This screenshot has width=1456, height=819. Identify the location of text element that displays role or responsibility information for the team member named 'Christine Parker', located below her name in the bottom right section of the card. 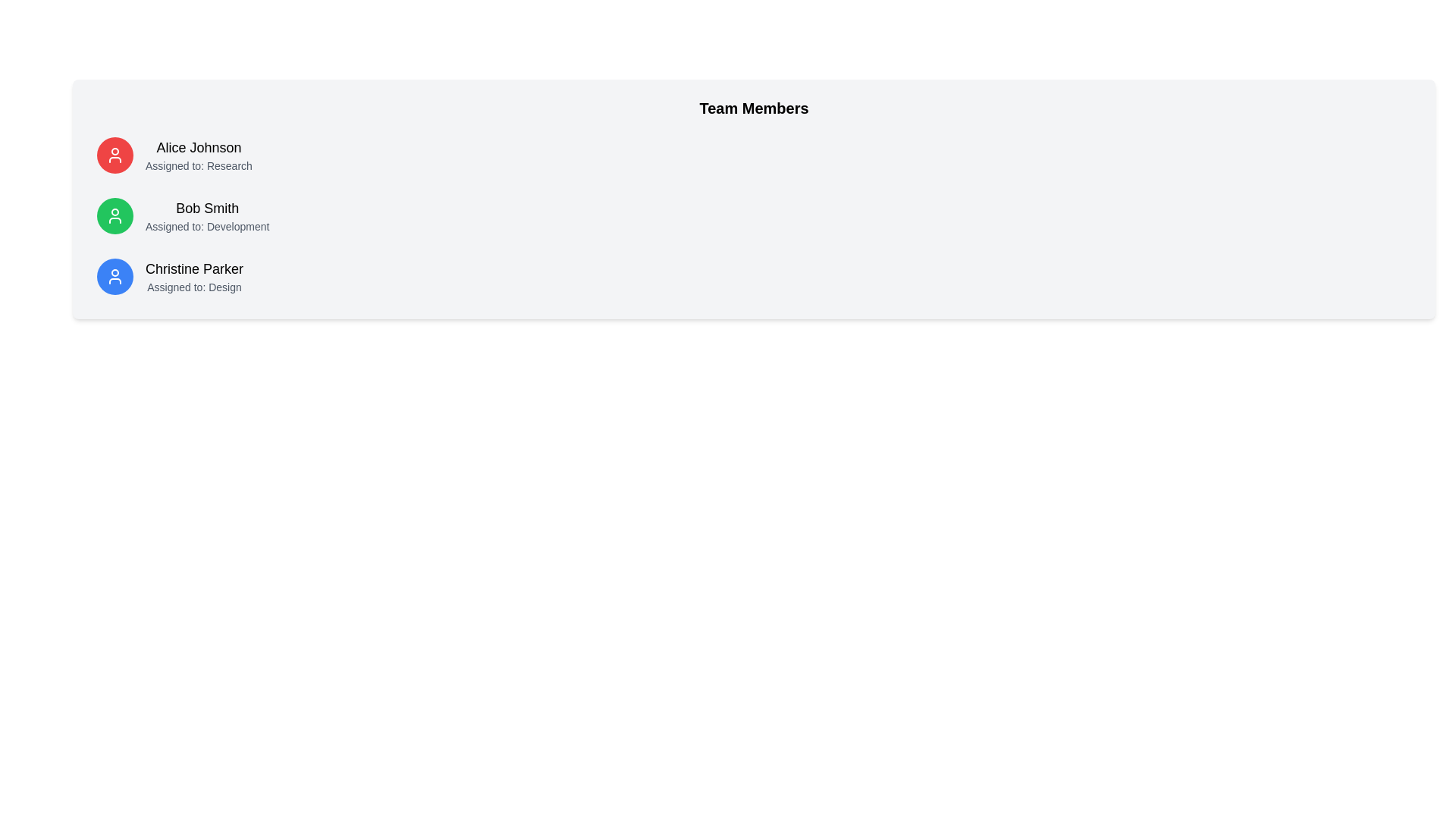
(193, 287).